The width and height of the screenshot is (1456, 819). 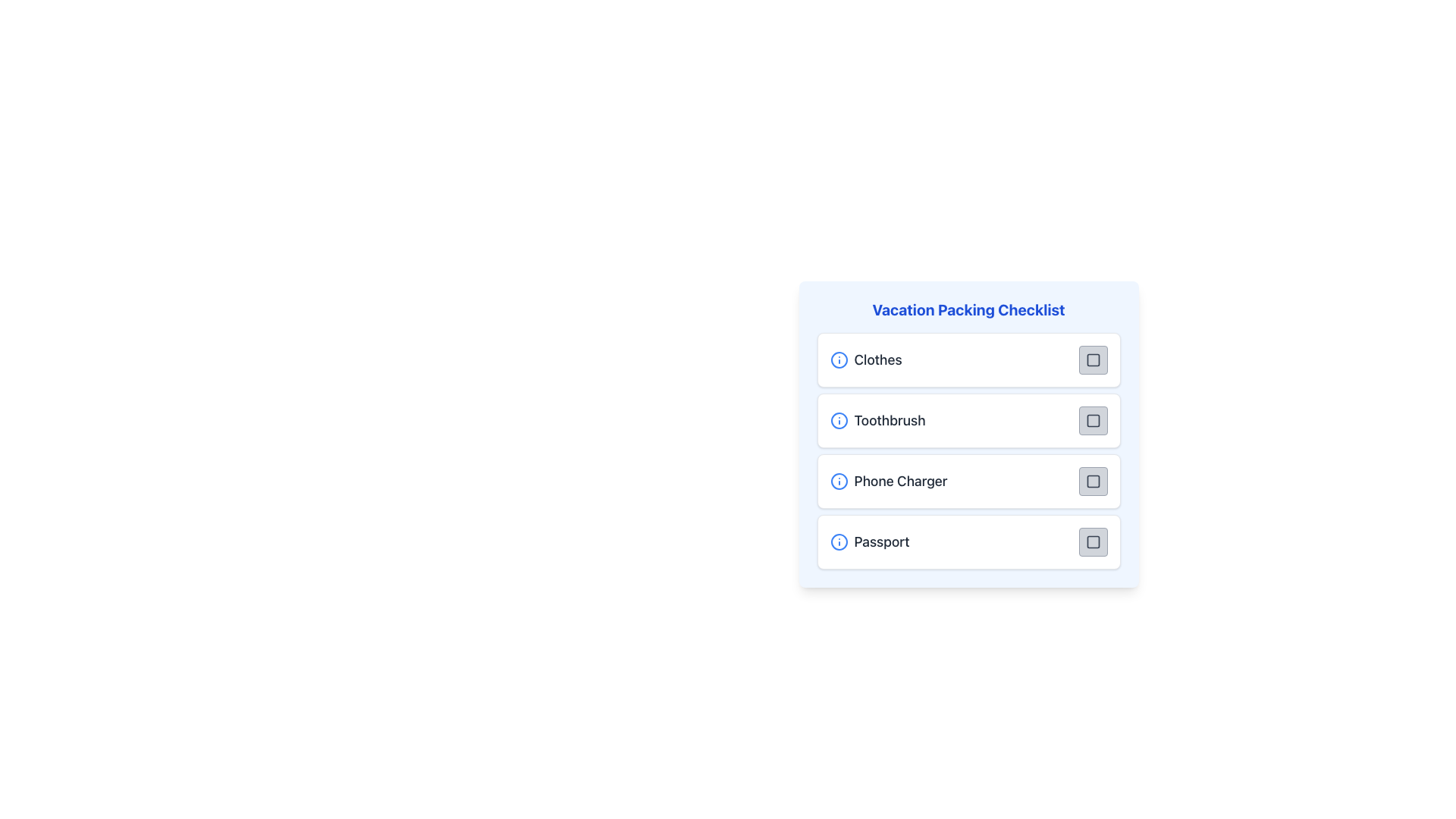 I want to click on the blue circular informational icon located to the left of the text 'Toothbrush' in the second row of the 'Vacation Packing Checklist', so click(x=838, y=421).